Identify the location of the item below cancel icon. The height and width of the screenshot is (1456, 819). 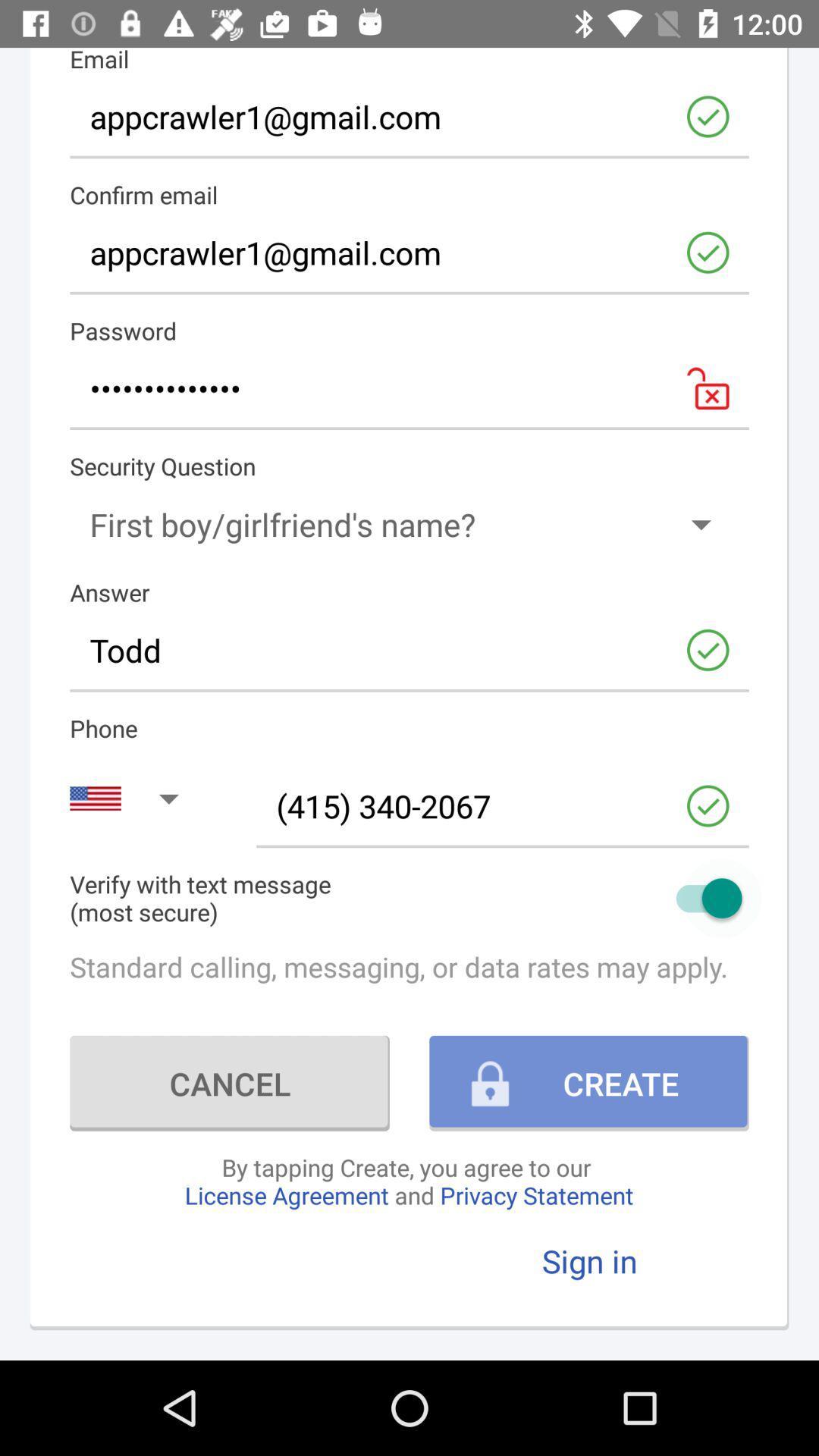
(408, 1180).